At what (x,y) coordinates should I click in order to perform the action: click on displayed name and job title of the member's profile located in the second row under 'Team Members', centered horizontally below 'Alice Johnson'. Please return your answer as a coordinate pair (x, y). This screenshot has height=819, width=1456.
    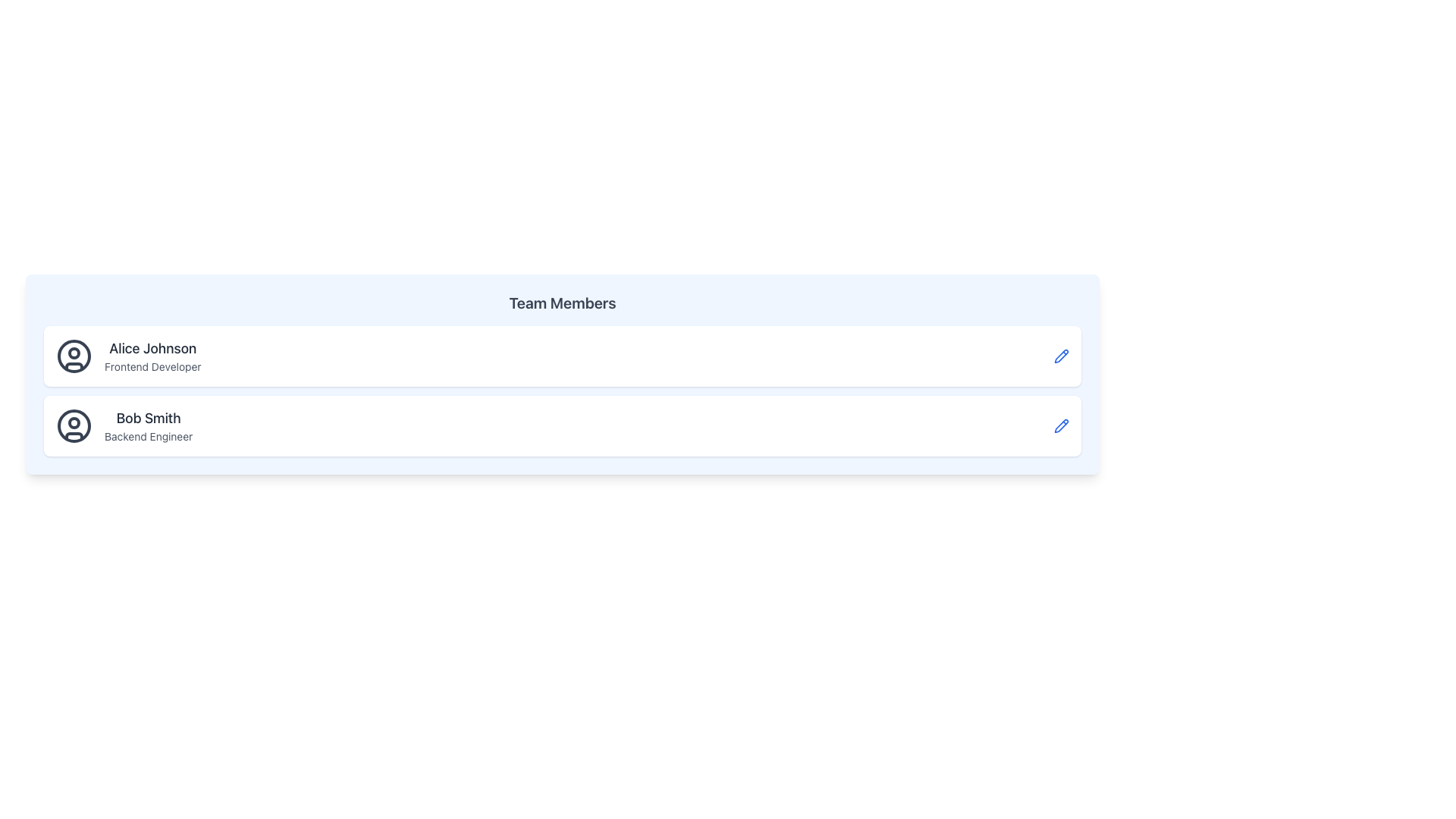
    Looking at the image, I should click on (149, 426).